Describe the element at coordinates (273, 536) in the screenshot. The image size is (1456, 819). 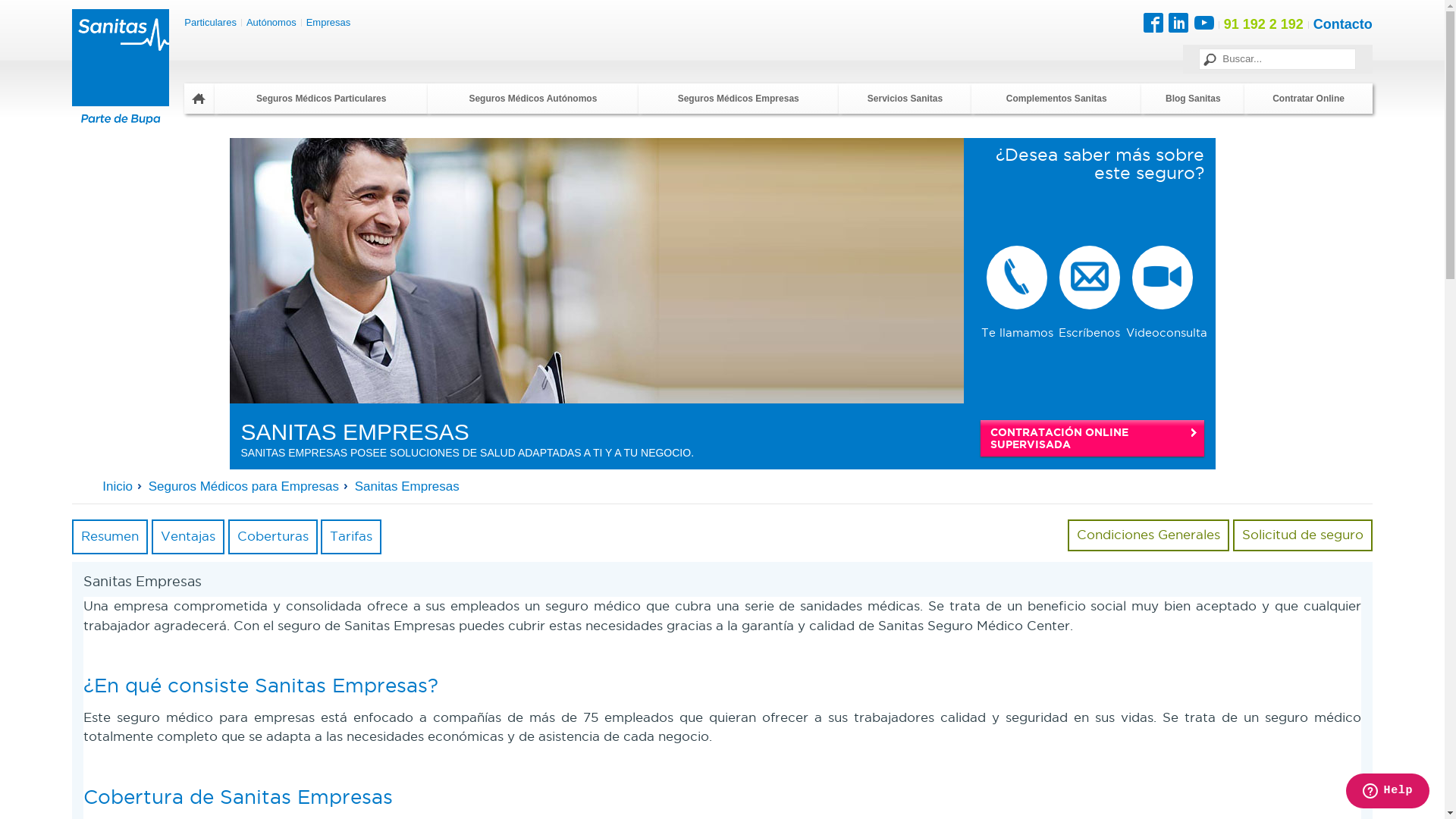
I see `'Coberturas'` at that location.